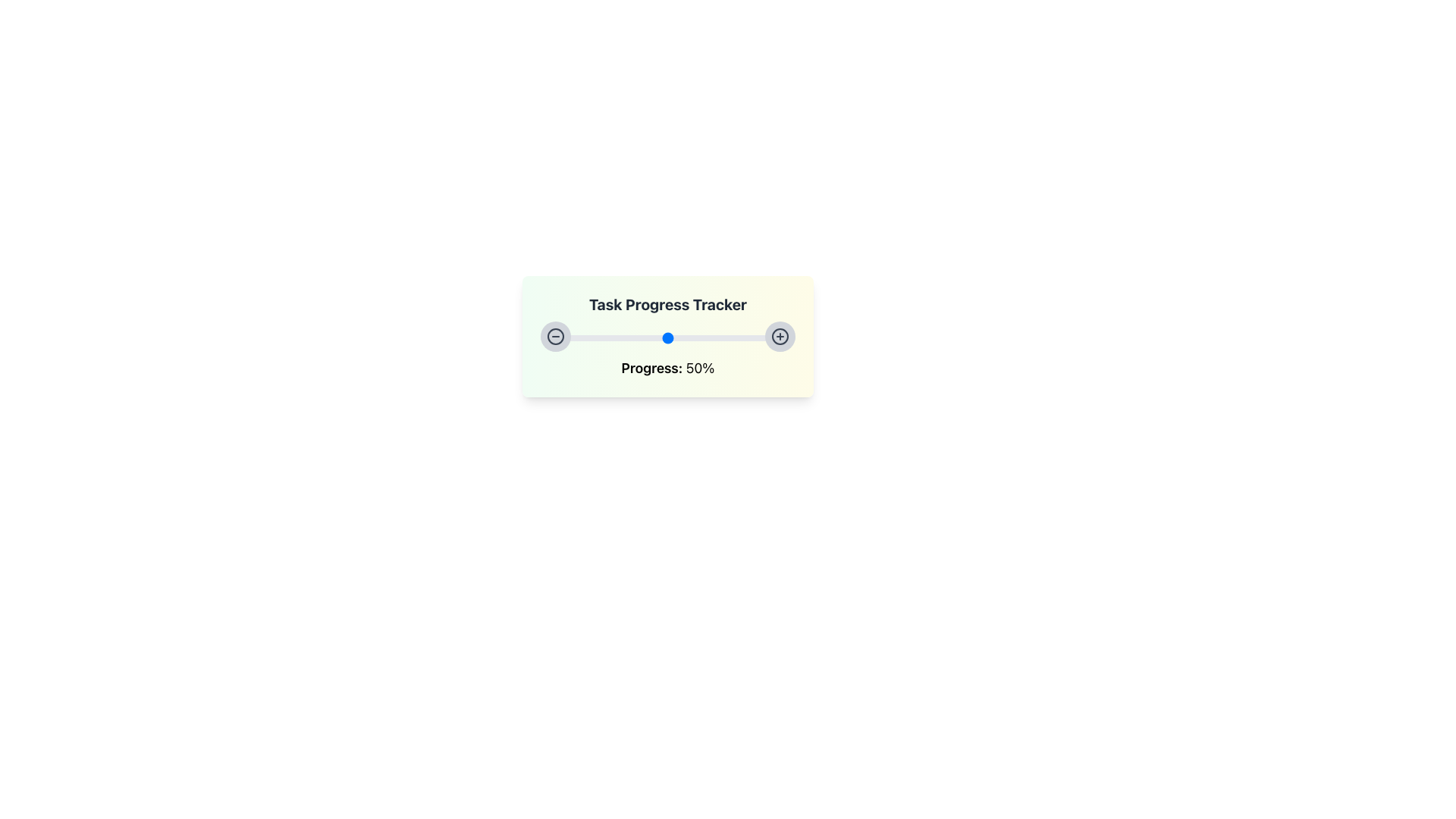  I want to click on the slider, so click(550, 337).